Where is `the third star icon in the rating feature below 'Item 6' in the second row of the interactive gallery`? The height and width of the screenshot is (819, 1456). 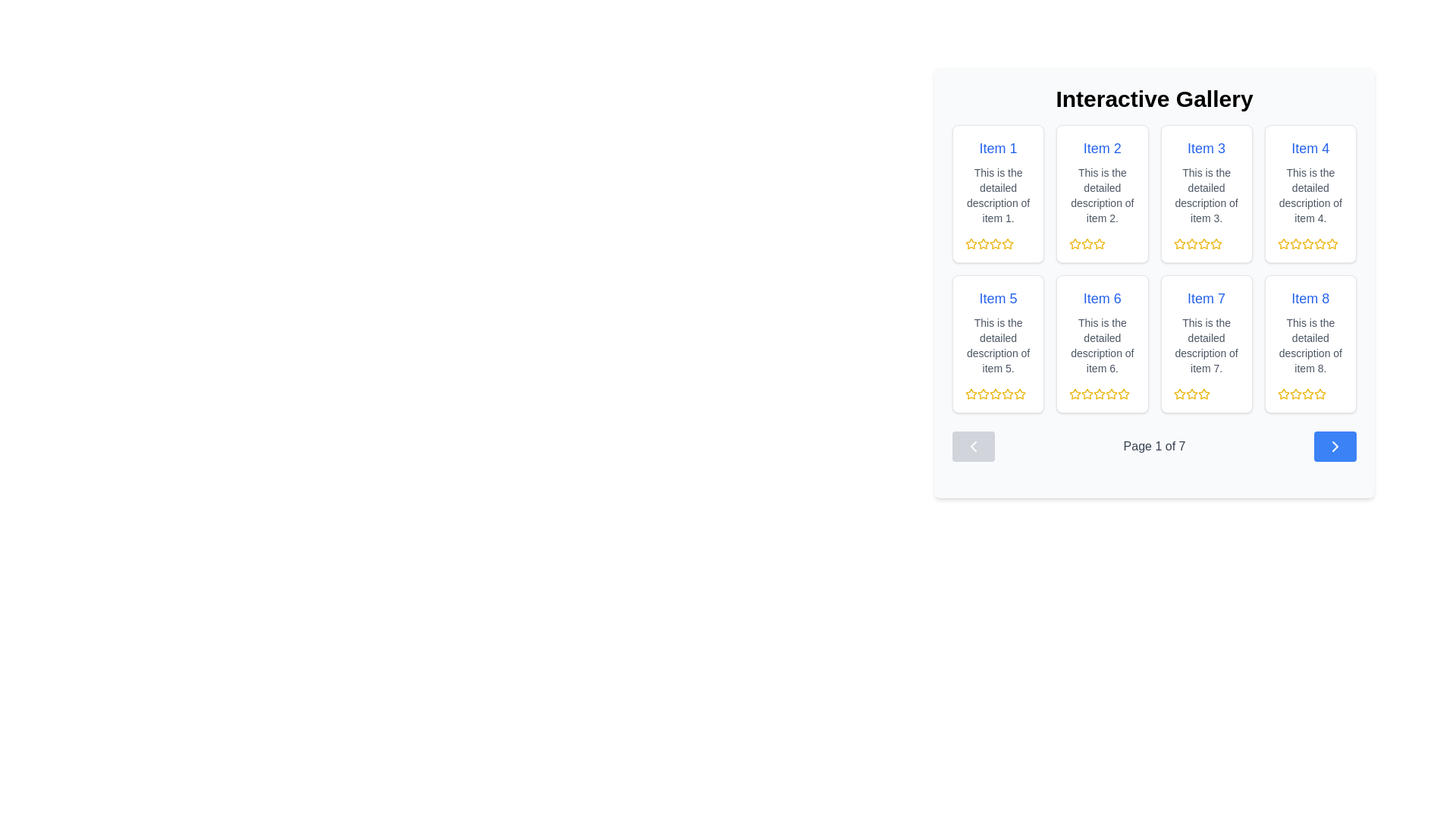 the third star icon in the rating feature below 'Item 6' in the second row of the interactive gallery is located at coordinates (1087, 394).